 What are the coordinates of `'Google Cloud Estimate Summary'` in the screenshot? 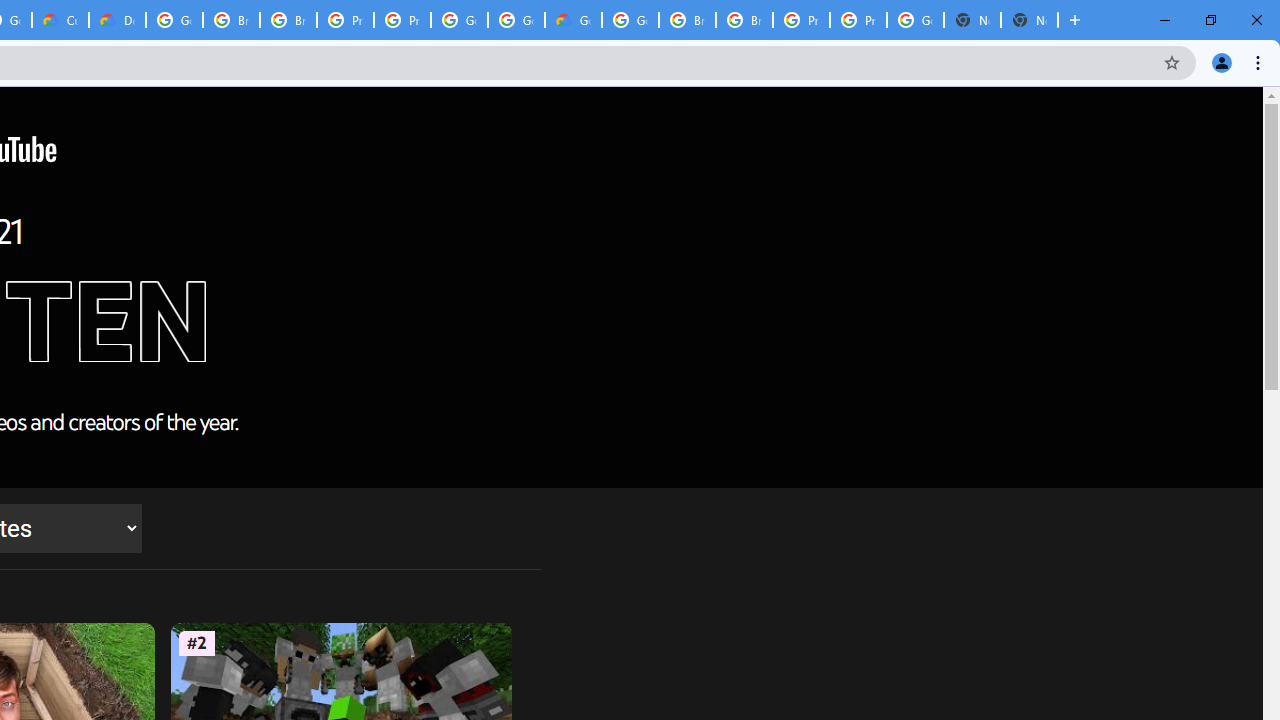 It's located at (572, 20).